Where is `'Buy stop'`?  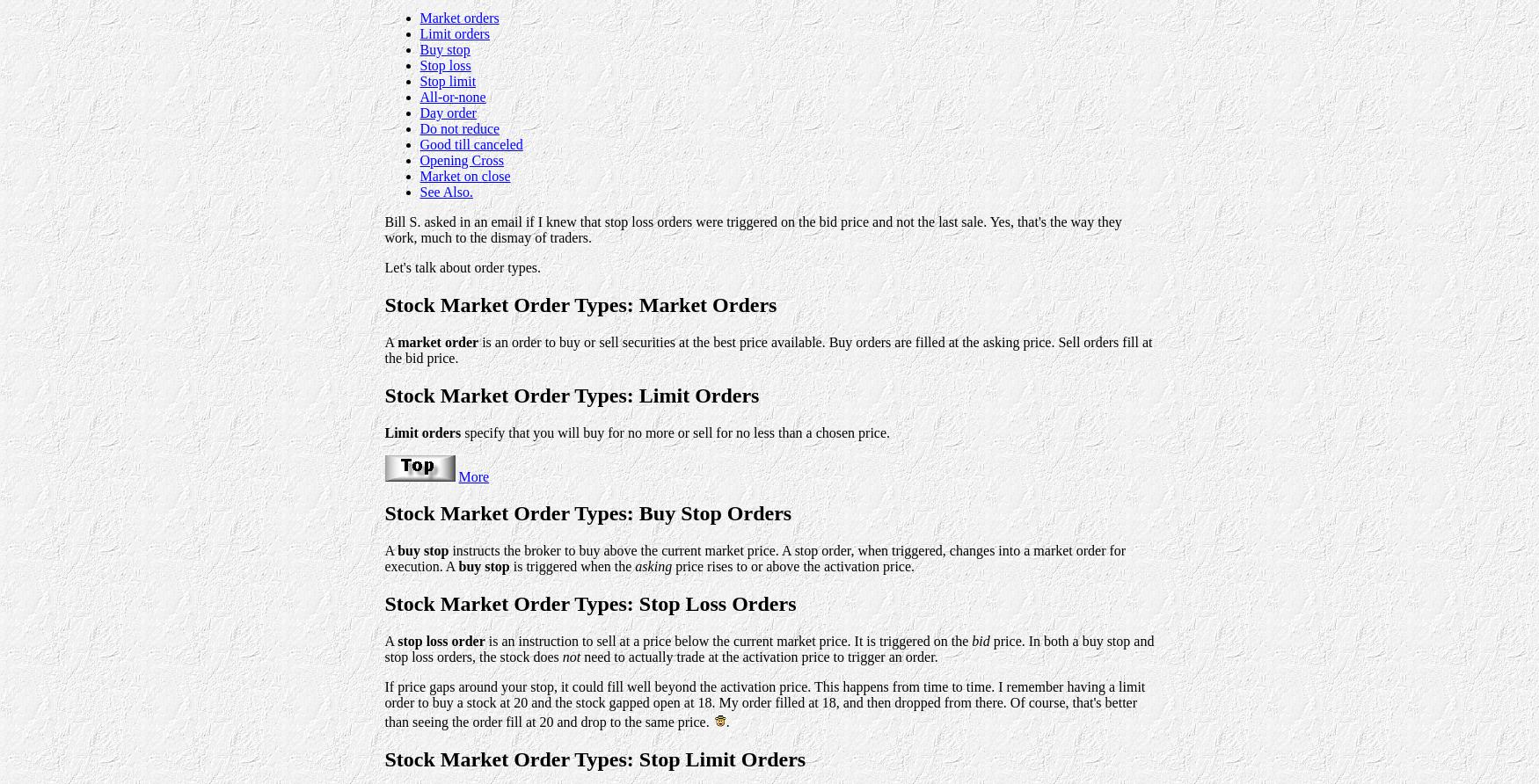 'Buy stop' is located at coordinates (443, 48).